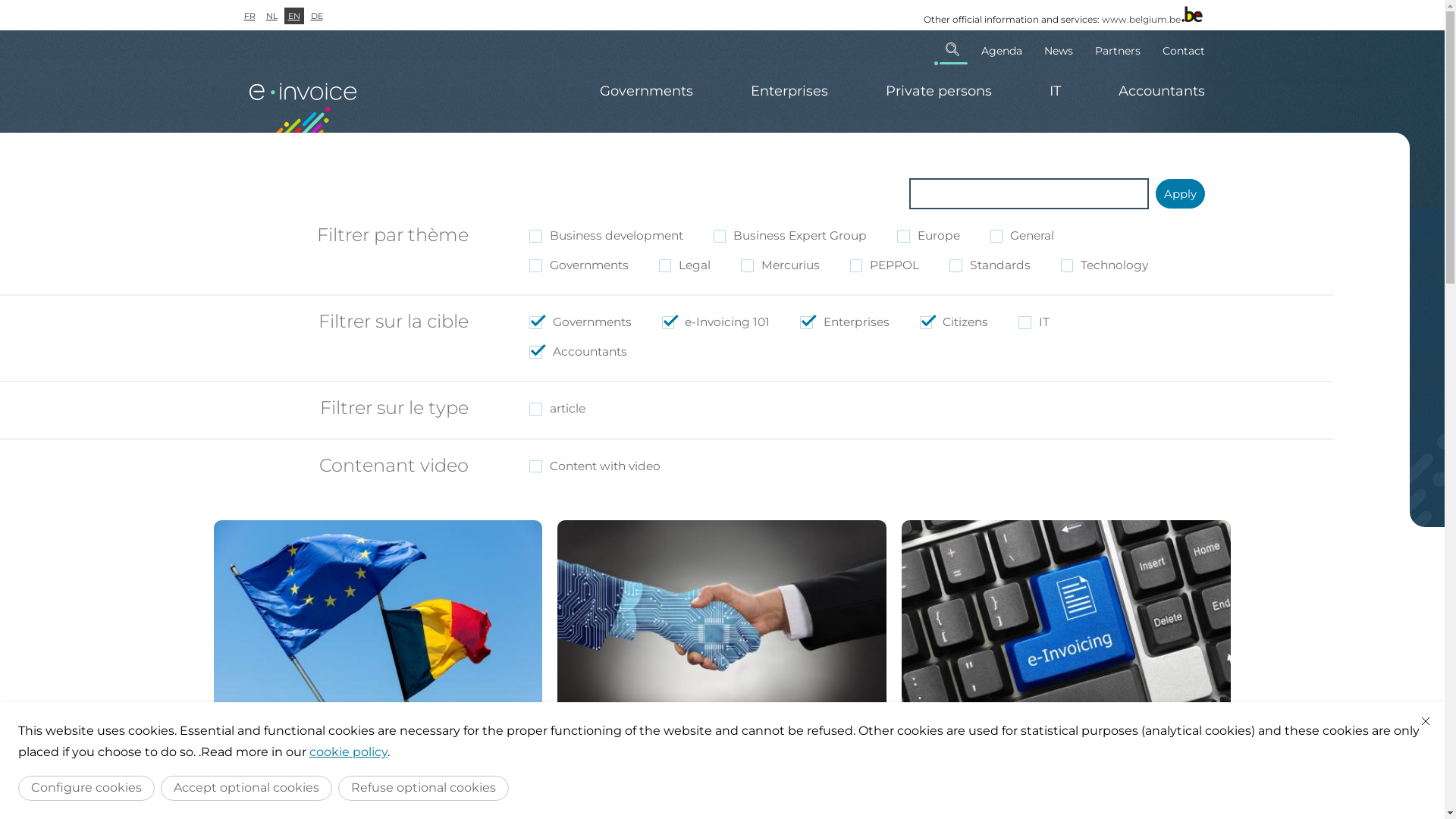 The height and width of the screenshot is (819, 1456). Describe the element at coordinates (645, 91) in the screenshot. I see `'Governments'` at that location.